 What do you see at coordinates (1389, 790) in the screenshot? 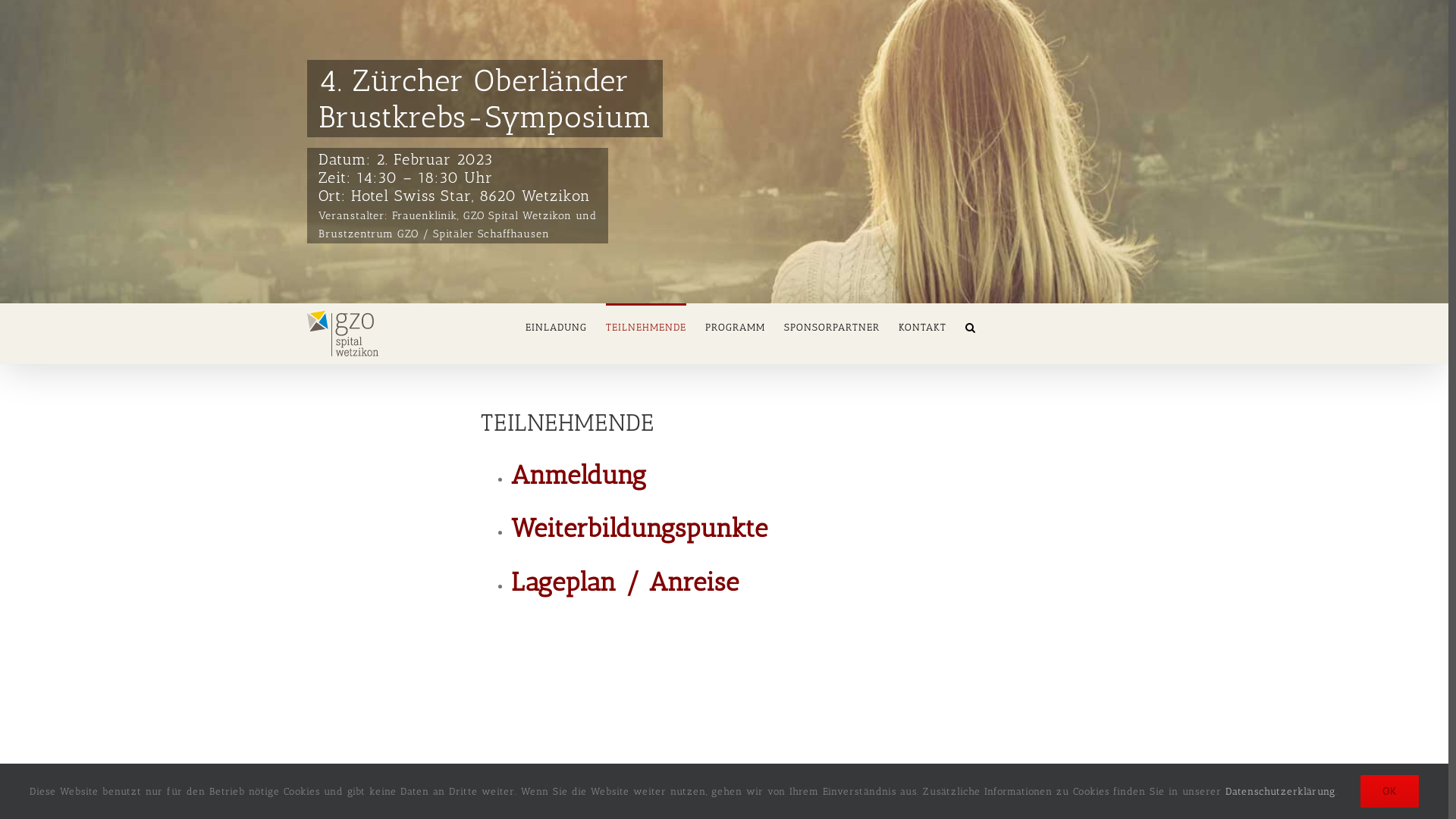
I see `'OK'` at bounding box center [1389, 790].